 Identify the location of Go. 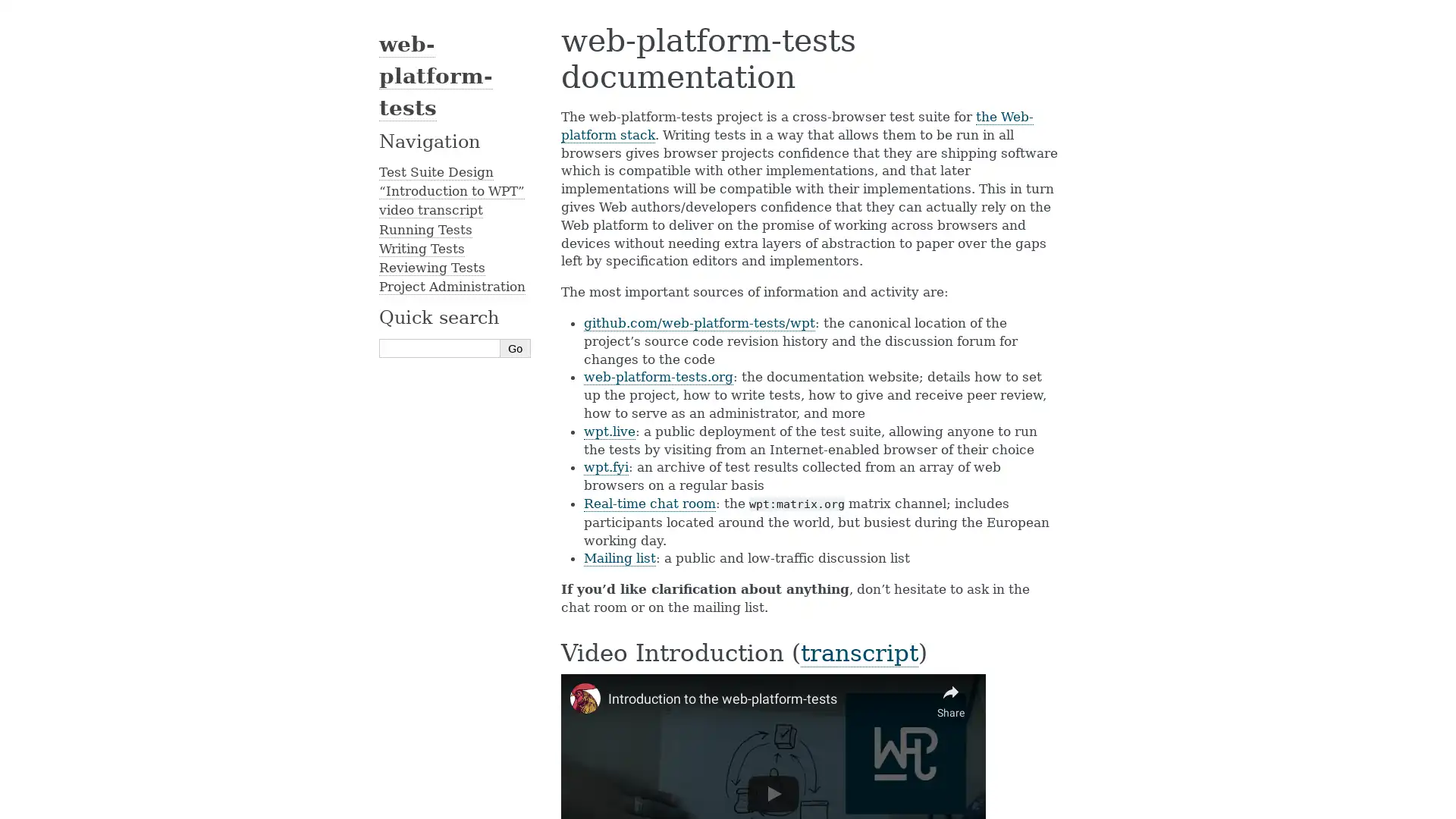
(516, 348).